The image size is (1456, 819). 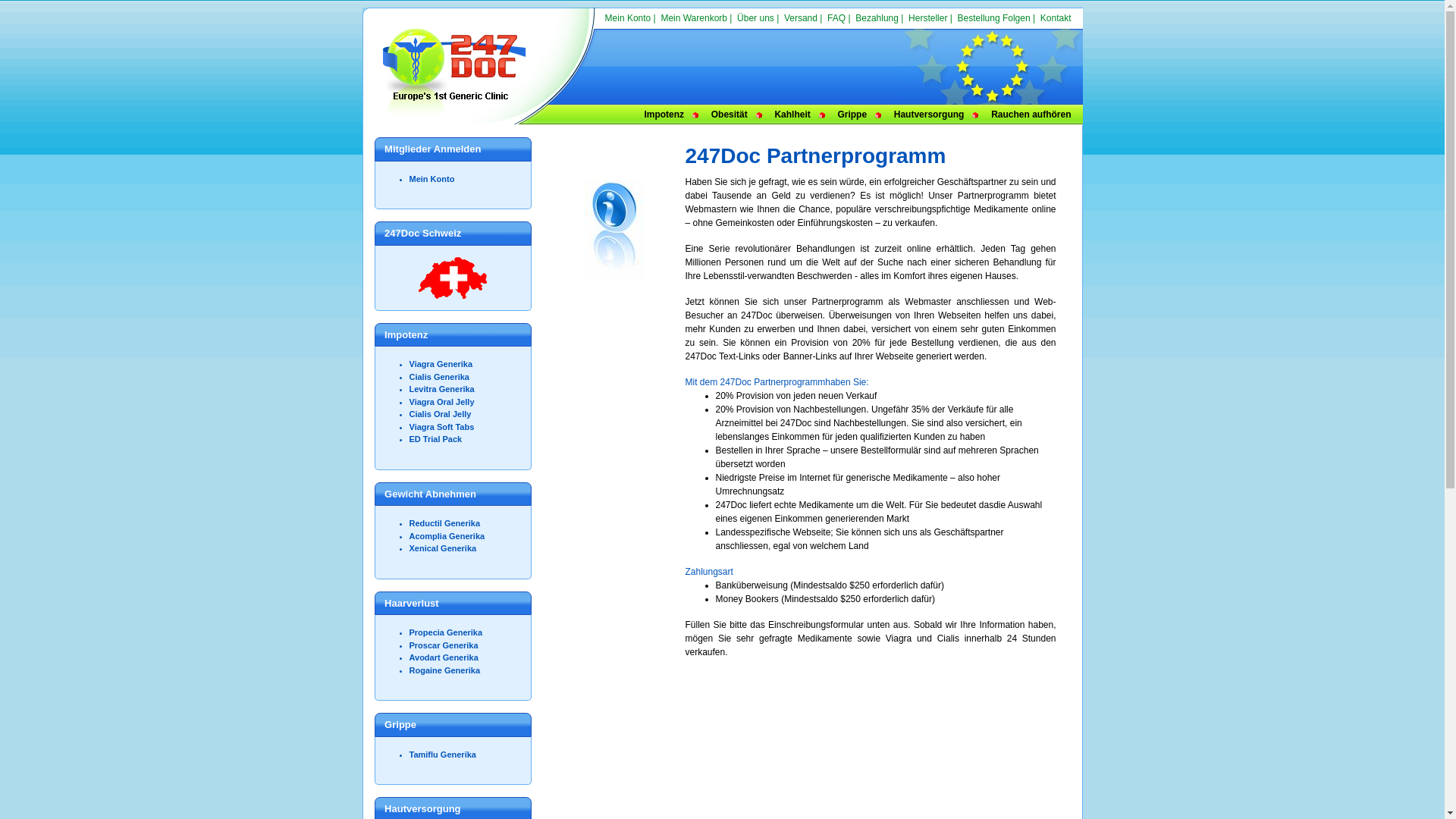 I want to click on 'Kontakt', so click(x=1055, y=17).